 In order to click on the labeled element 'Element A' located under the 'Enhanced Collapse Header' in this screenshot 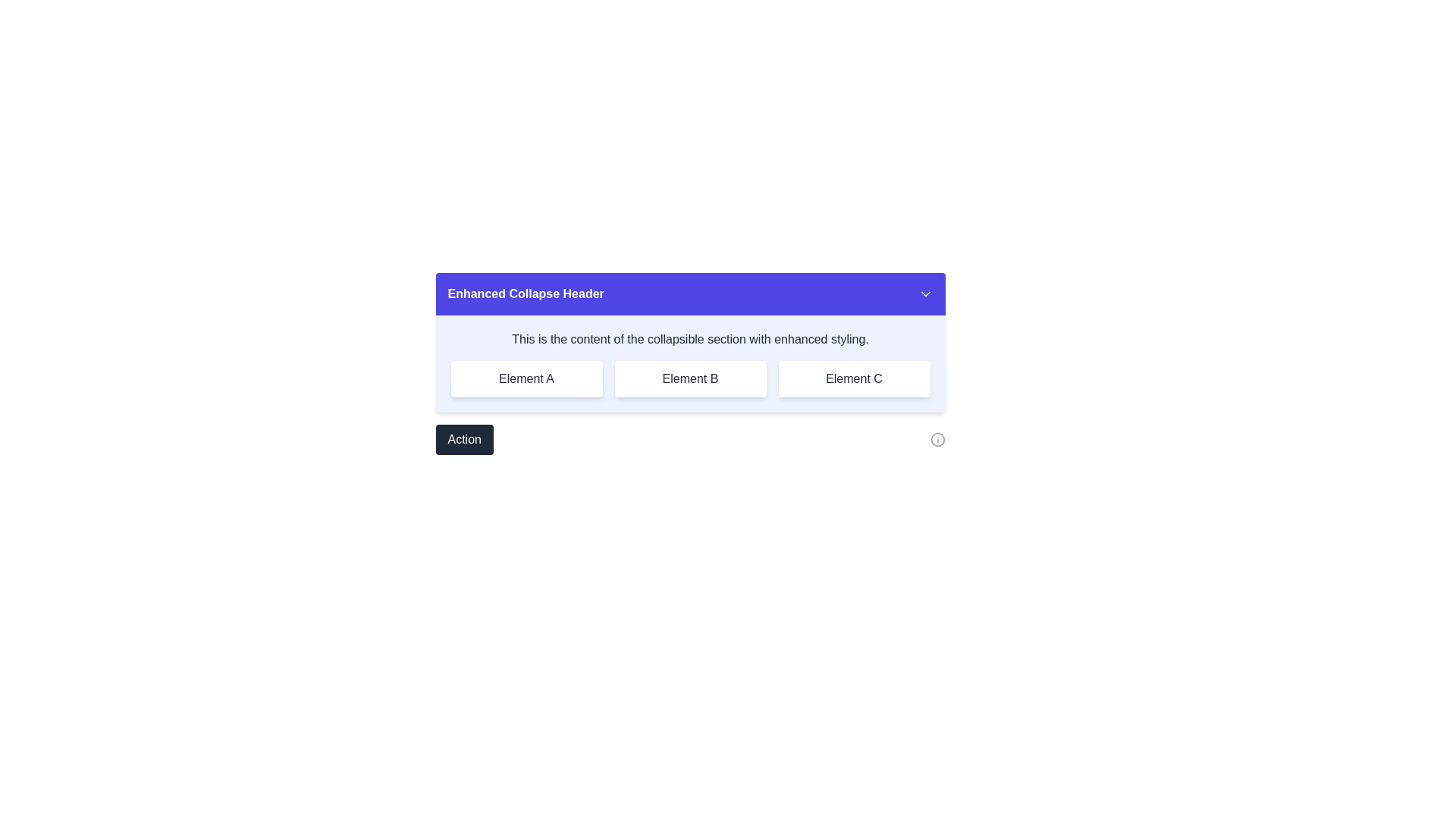, I will do `click(526, 378)`.